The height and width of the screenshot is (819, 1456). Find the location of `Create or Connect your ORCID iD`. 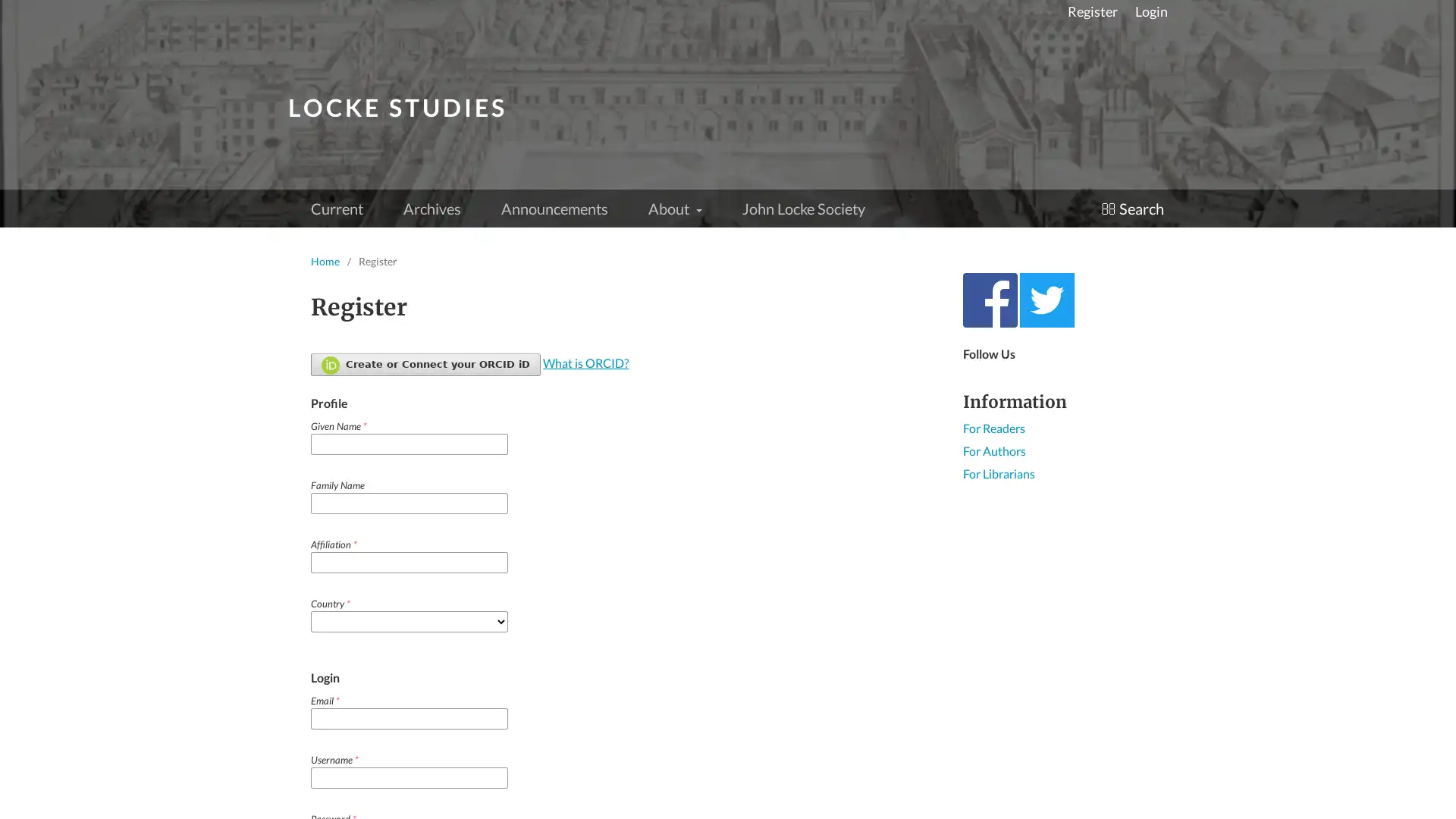

Create or Connect your ORCID iD is located at coordinates (425, 365).